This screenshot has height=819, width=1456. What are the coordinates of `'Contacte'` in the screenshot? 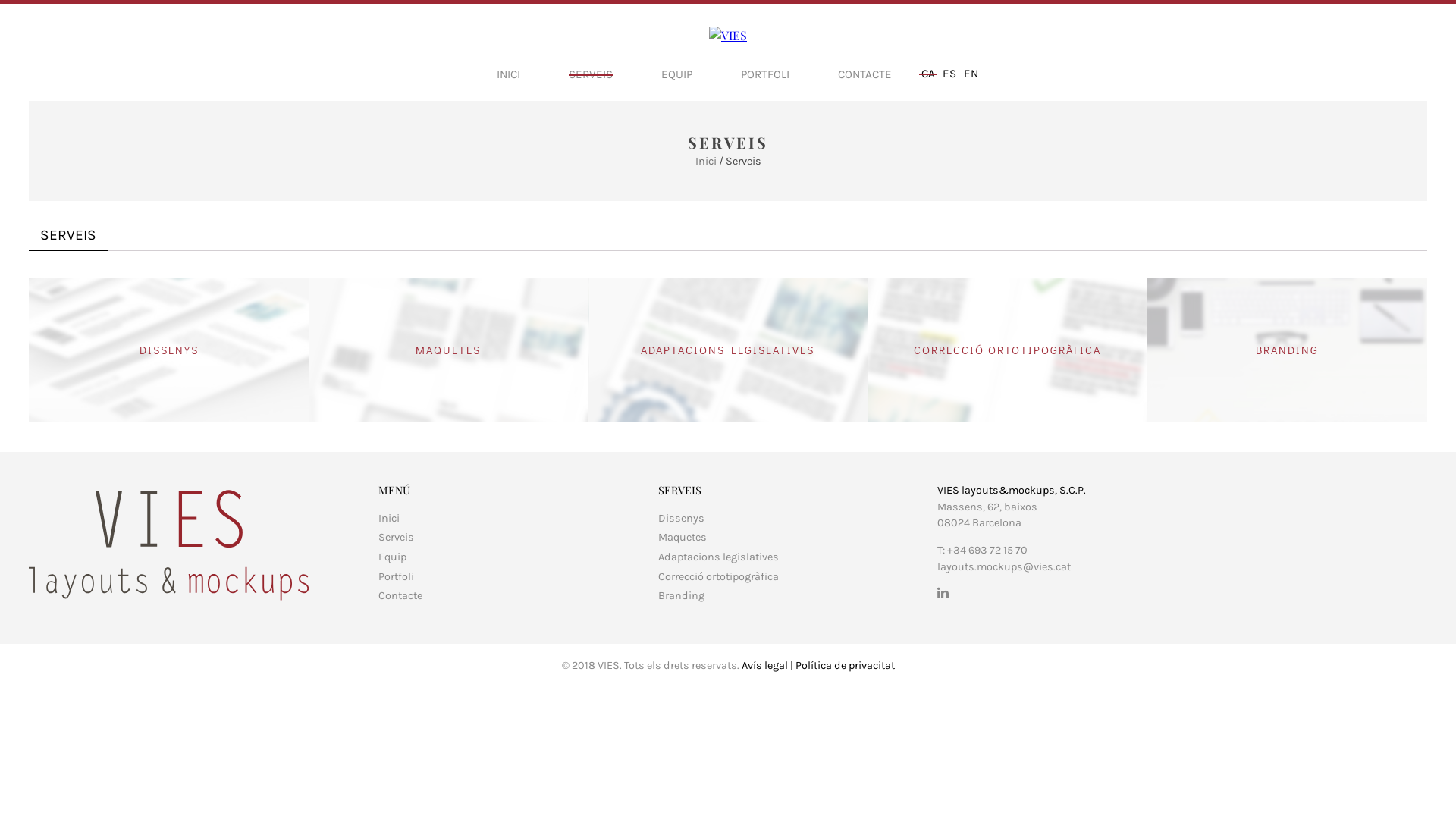 It's located at (400, 595).